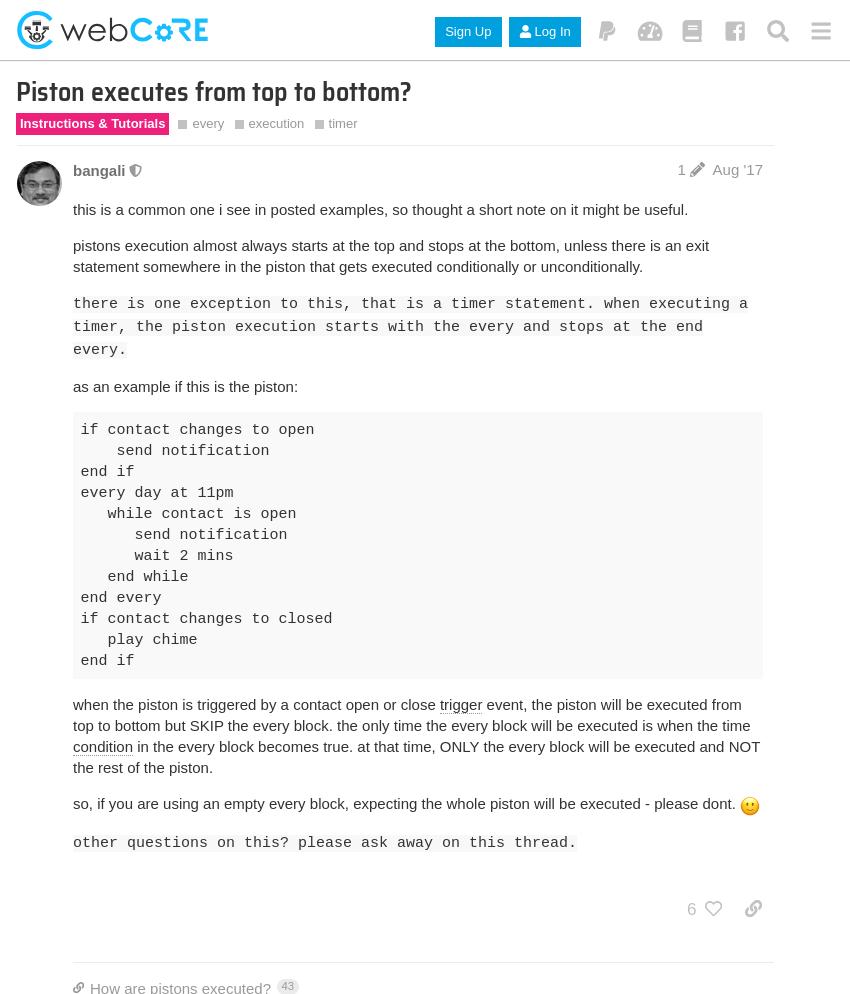 The image size is (850, 994). Describe the element at coordinates (737, 168) in the screenshot. I see `'Aug '17'` at that location.